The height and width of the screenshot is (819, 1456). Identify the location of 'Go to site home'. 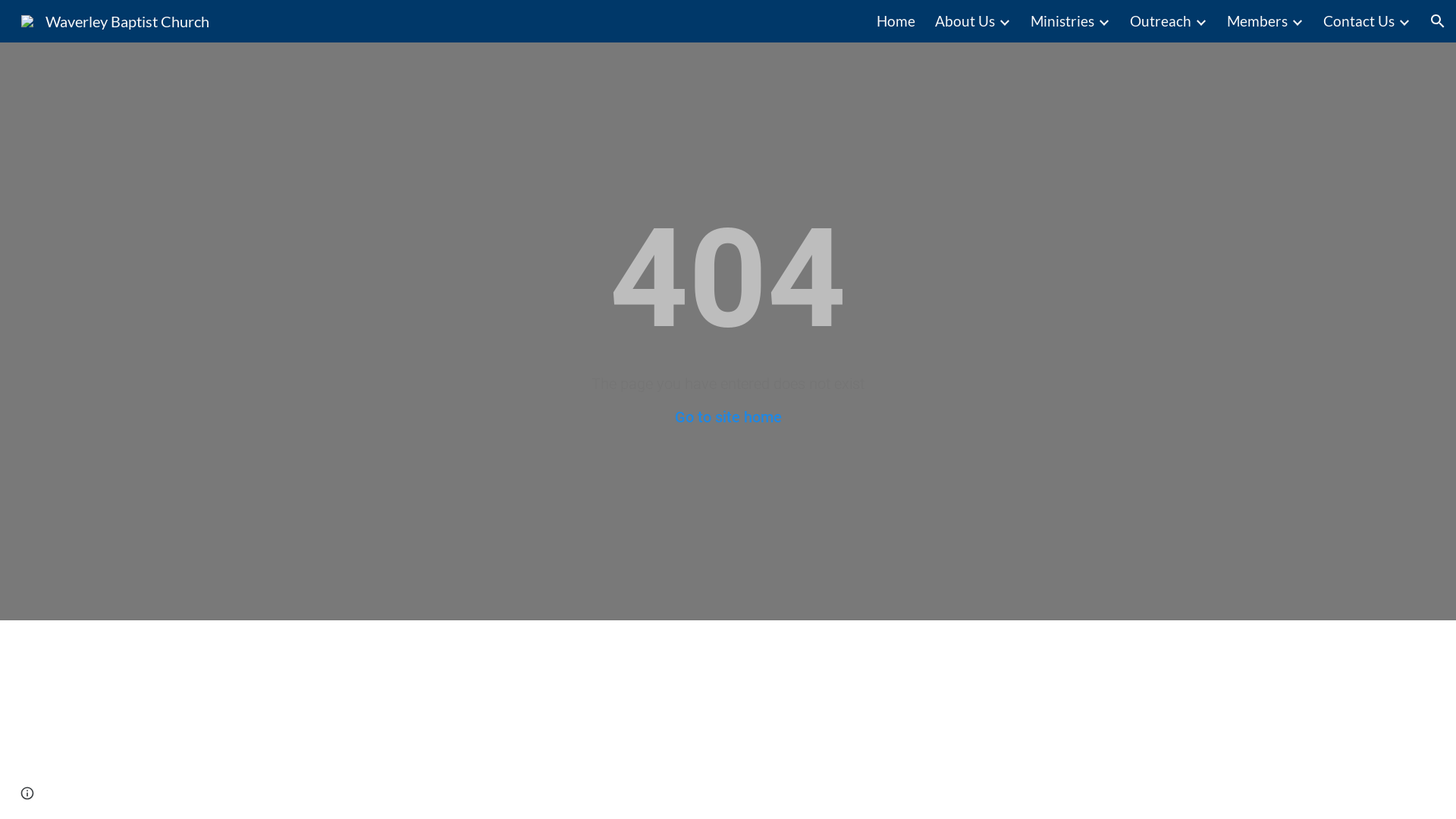
(673, 417).